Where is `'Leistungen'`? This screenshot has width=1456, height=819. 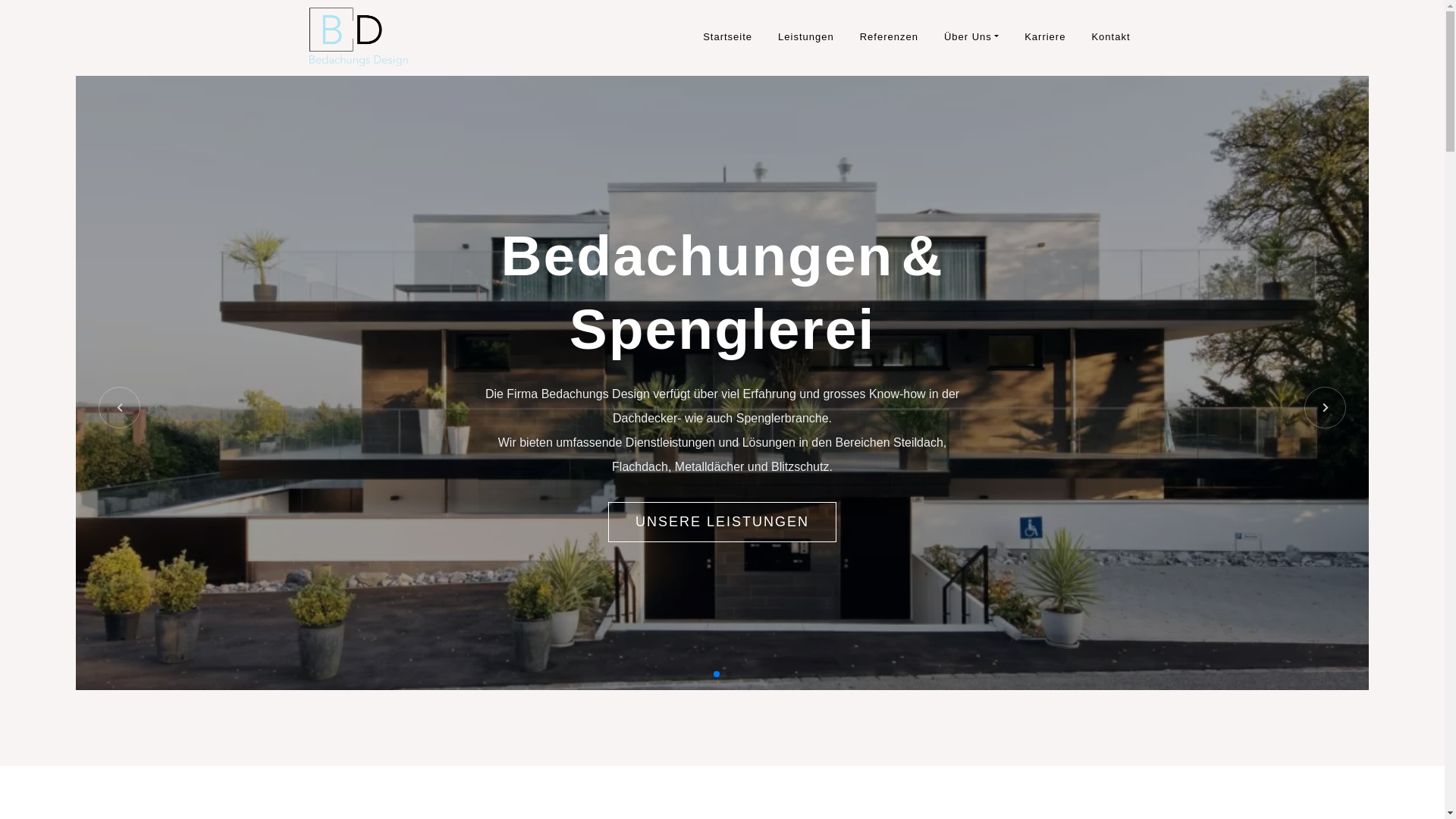 'Leistungen' is located at coordinates (805, 36).